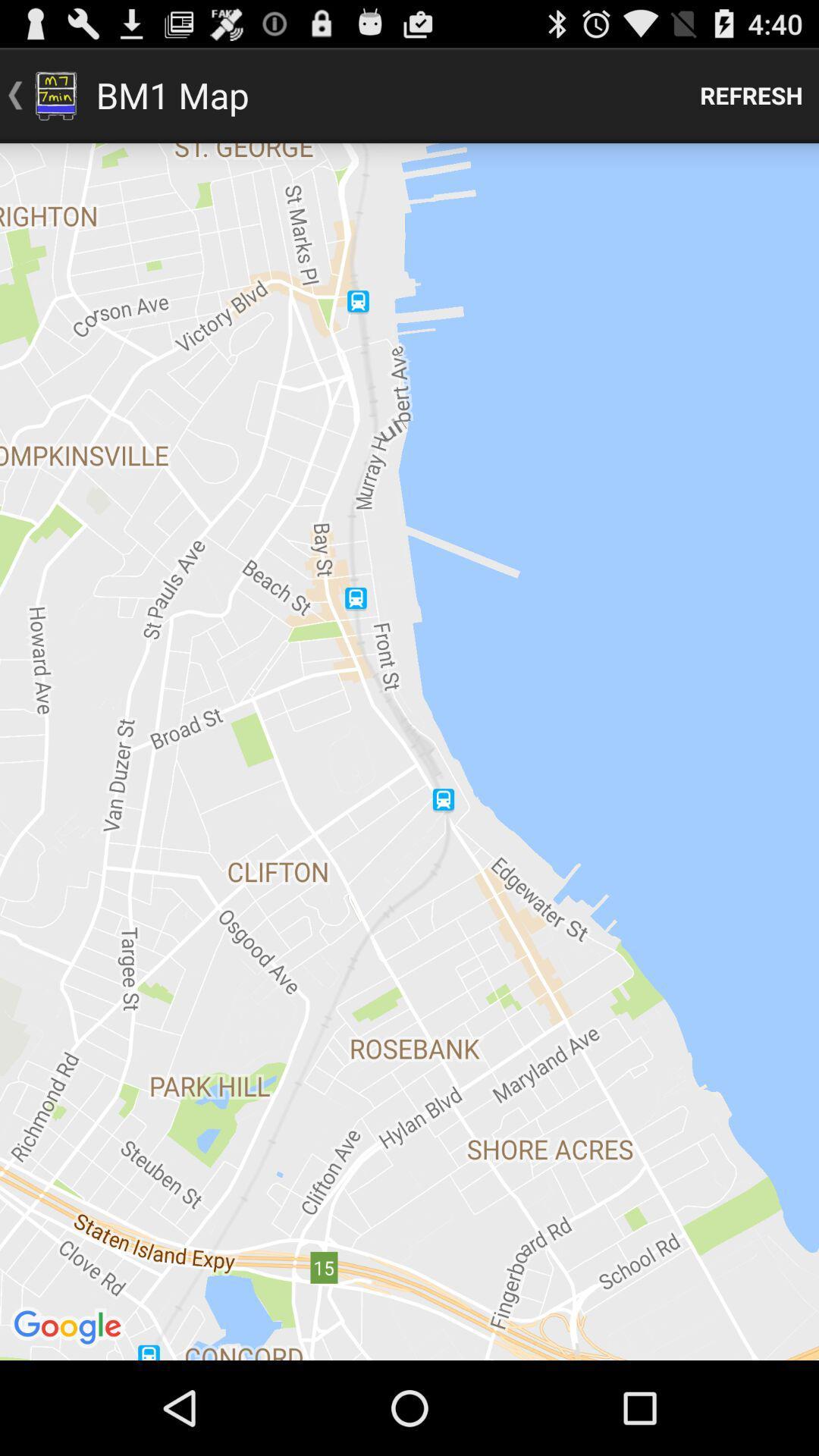 The height and width of the screenshot is (1456, 819). I want to click on item next to bm1 map app, so click(752, 94).